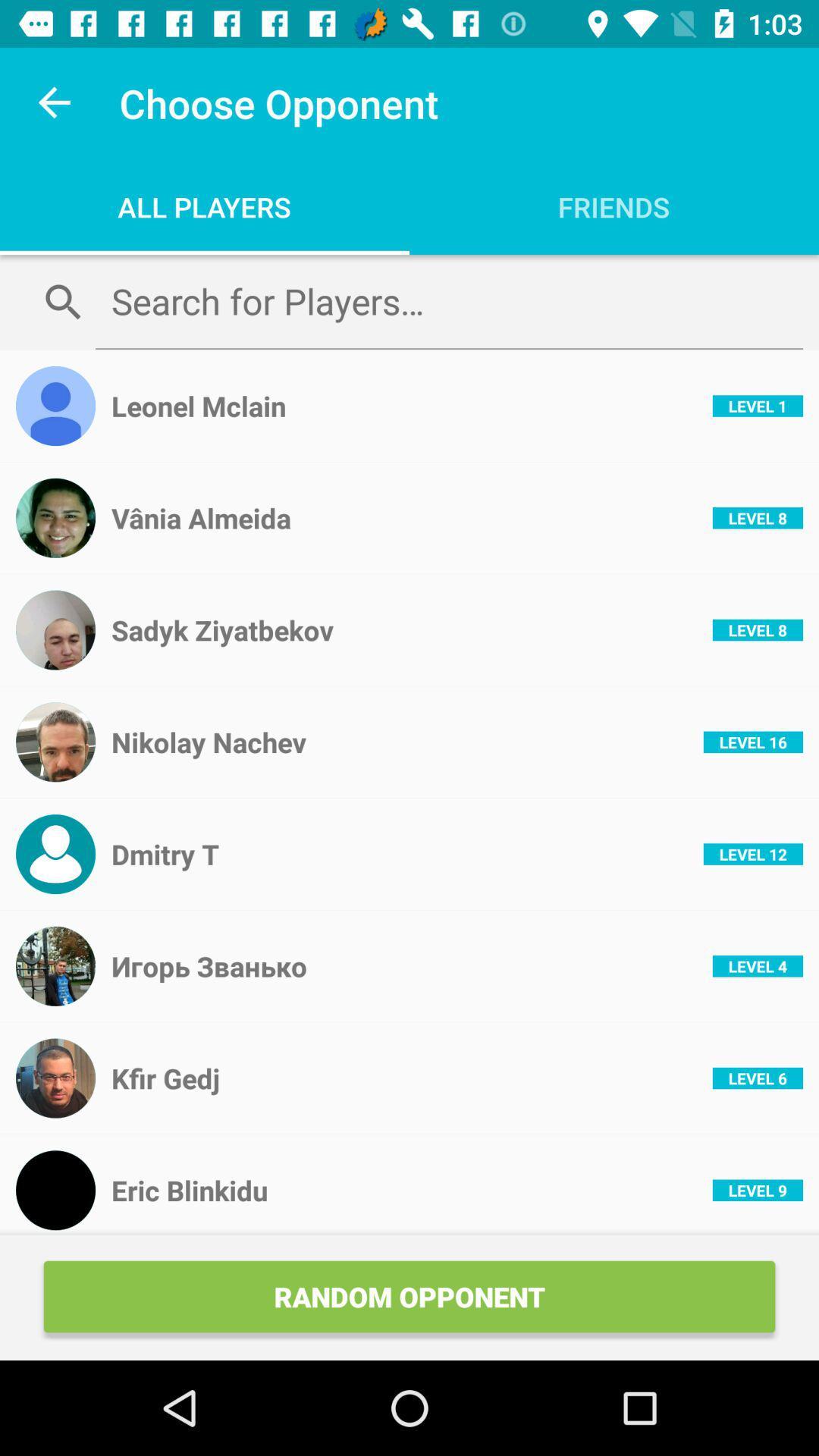 This screenshot has width=819, height=1456. I want to click on the icon to the left of the choose opponent, so click(55, 102).